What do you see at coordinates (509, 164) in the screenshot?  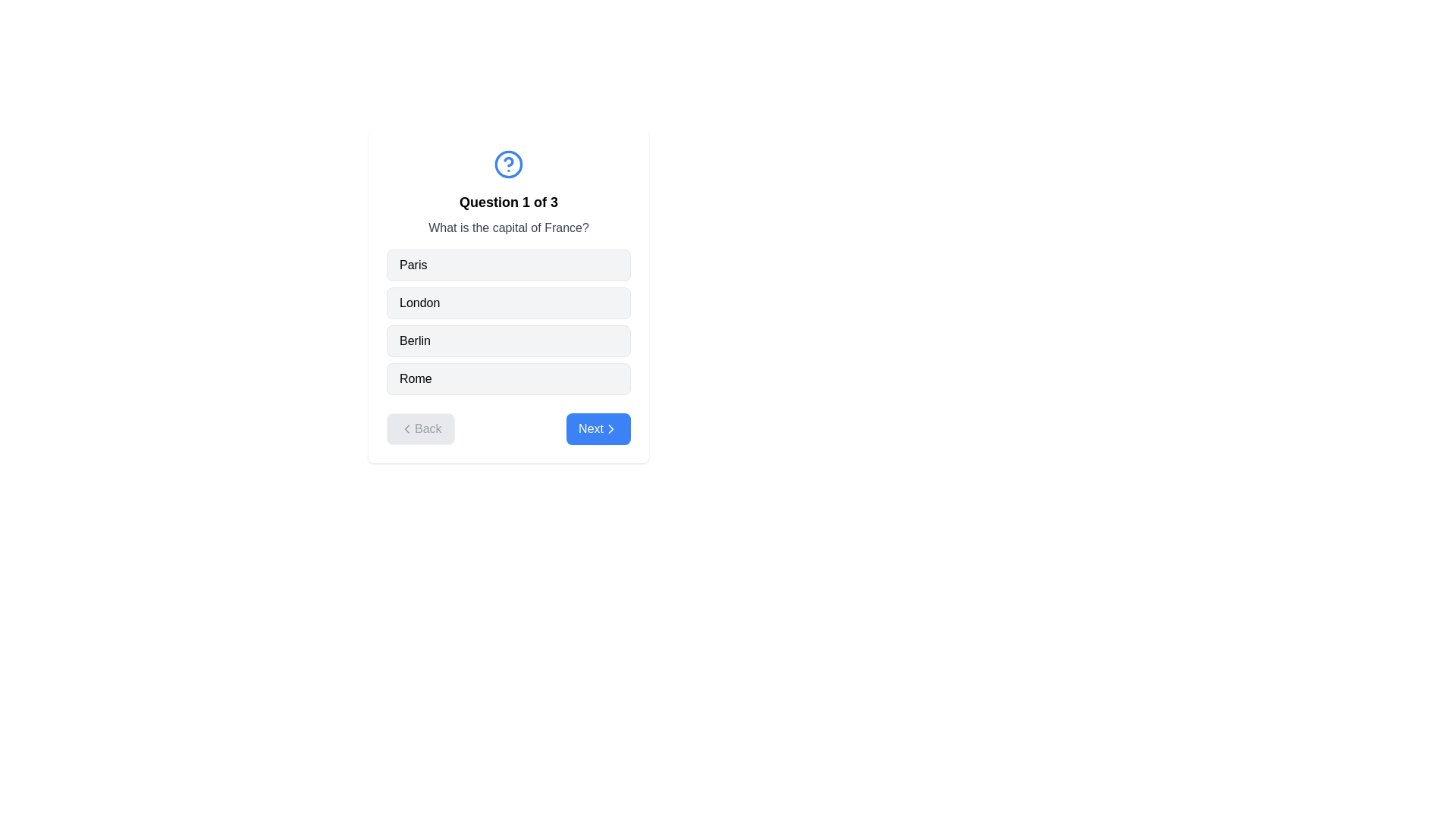 I see `the circular blue-bordered help icon with a question mark in the center, located at the top section of the question box` at bounding box center [509, 164].